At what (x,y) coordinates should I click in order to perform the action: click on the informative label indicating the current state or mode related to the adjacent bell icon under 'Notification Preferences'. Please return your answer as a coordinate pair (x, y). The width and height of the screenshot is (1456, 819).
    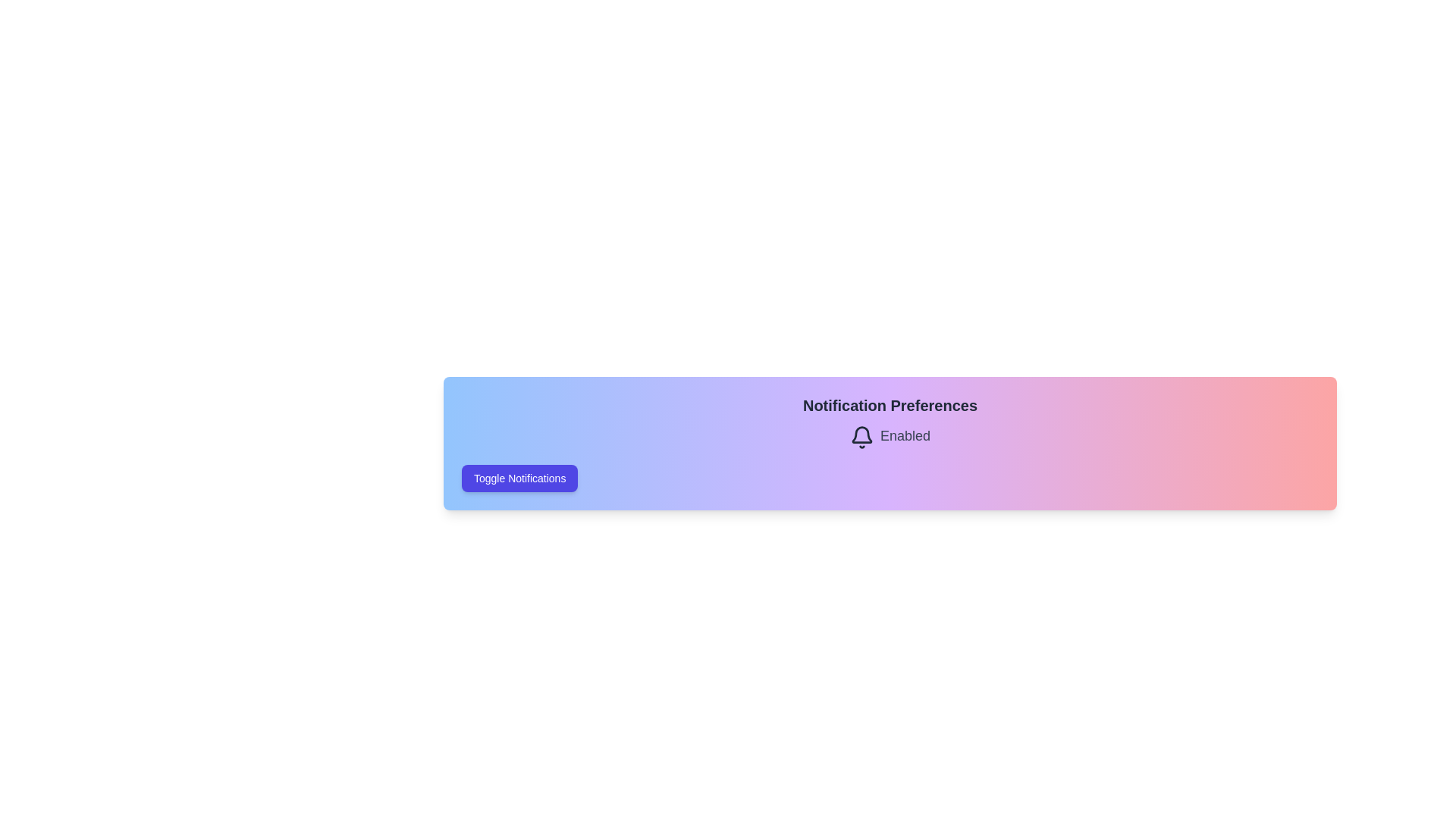
    Looking at the image, I should click on (905, 438).